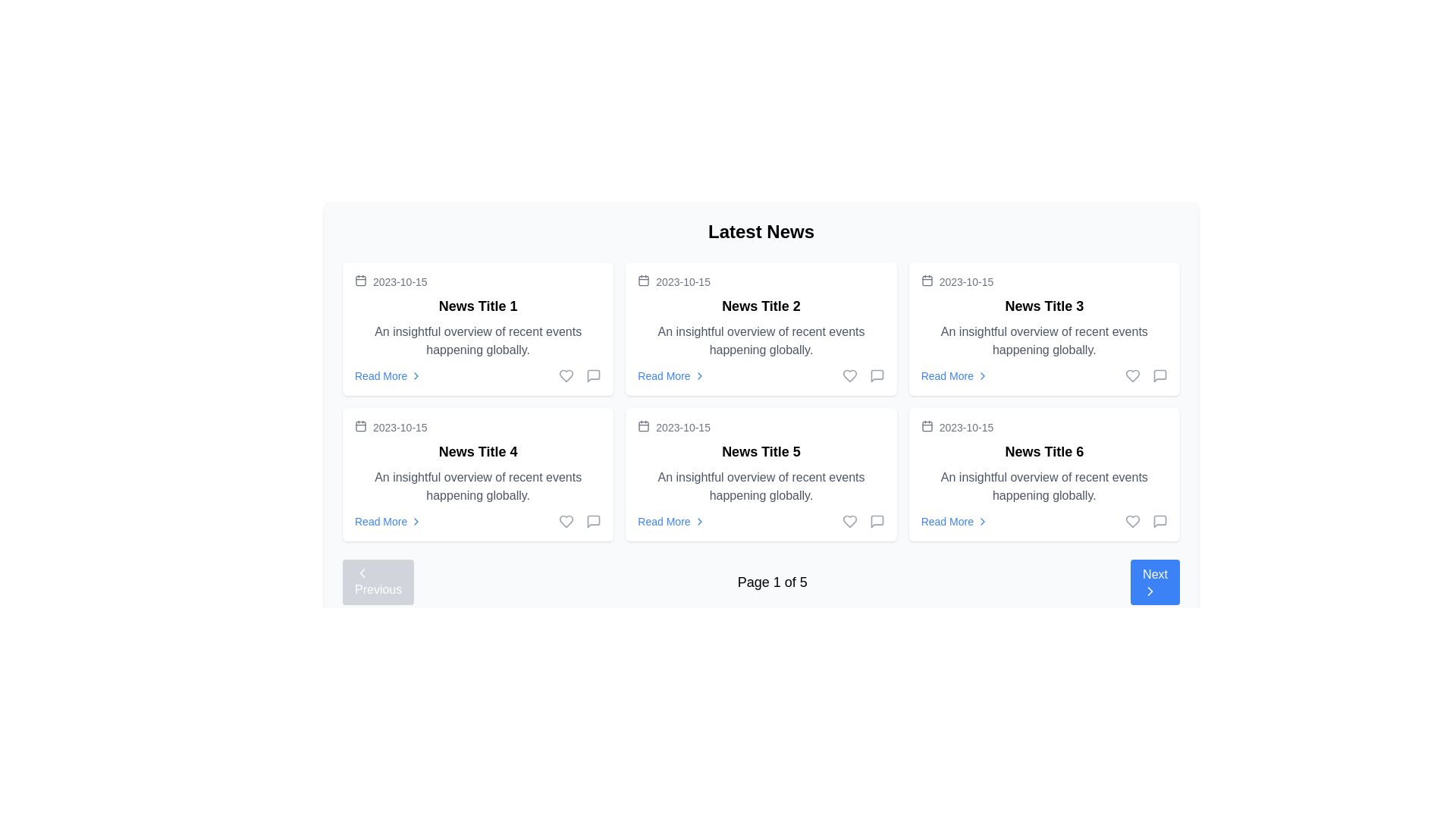  What do you see at coordinates (926, 426) in the screenshot?
I see `the SVG calendar icon located at the beginning of the date text '2023-10-15' in the top-right card below 'News Title 3'` at bounding box center [926, 426].